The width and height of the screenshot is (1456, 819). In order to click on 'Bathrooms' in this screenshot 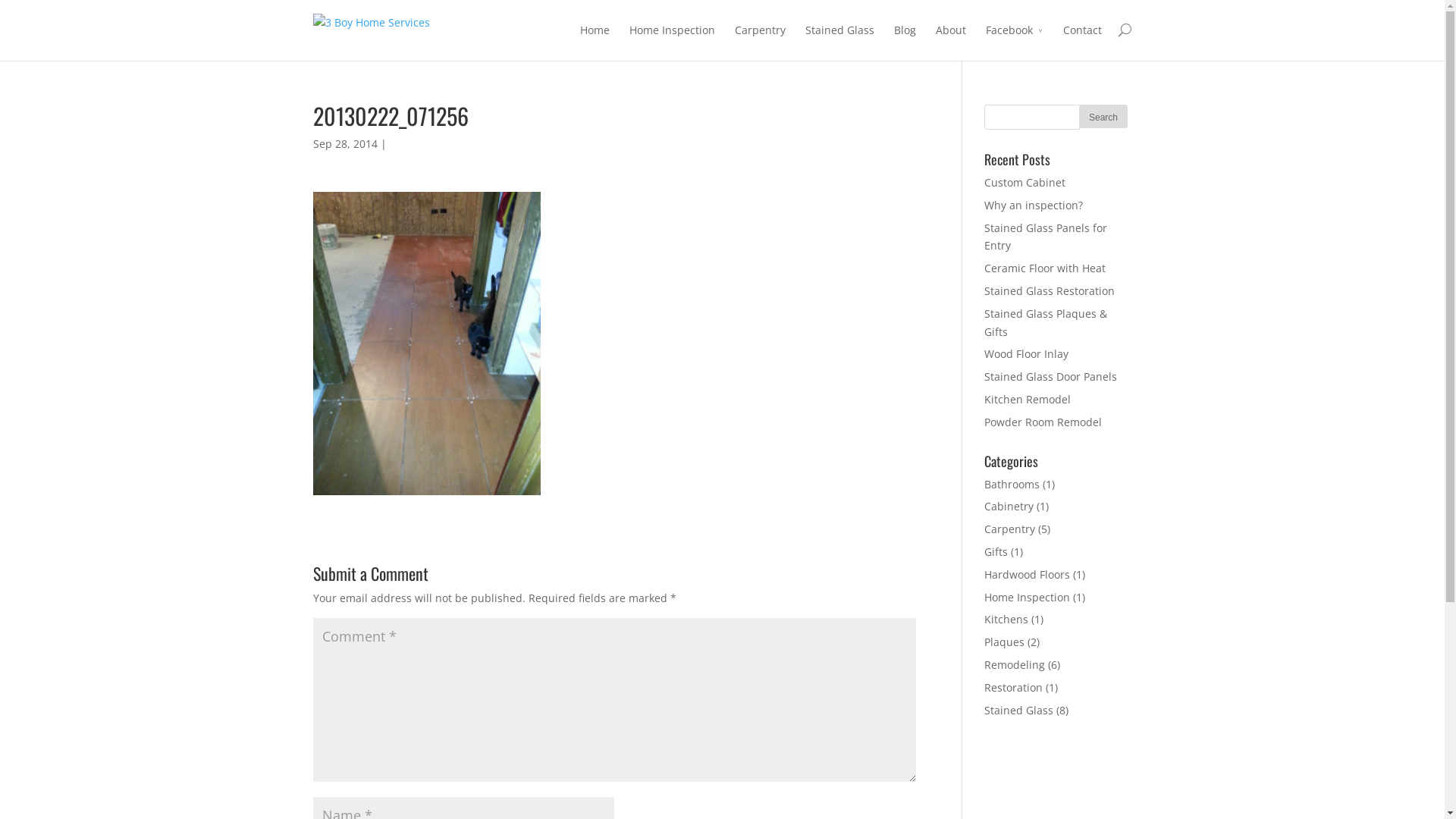, I will do `click(1012, 484)`.